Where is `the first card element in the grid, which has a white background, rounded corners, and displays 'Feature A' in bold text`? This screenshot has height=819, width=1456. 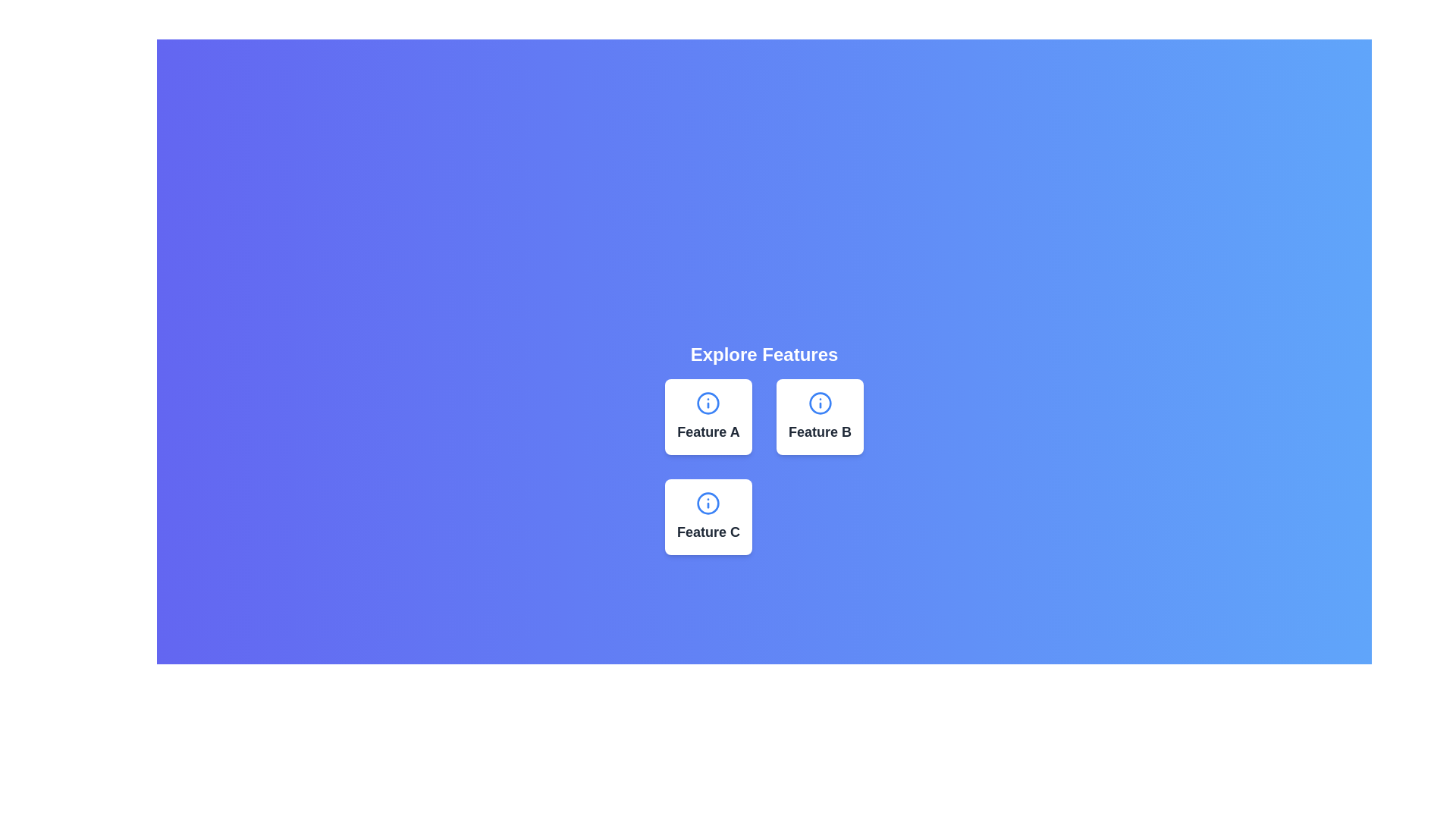
the first card element in the grid, which has a white background, rounded corners, and displays 'Feature A' in bold text is located at coordinates (708, 417).